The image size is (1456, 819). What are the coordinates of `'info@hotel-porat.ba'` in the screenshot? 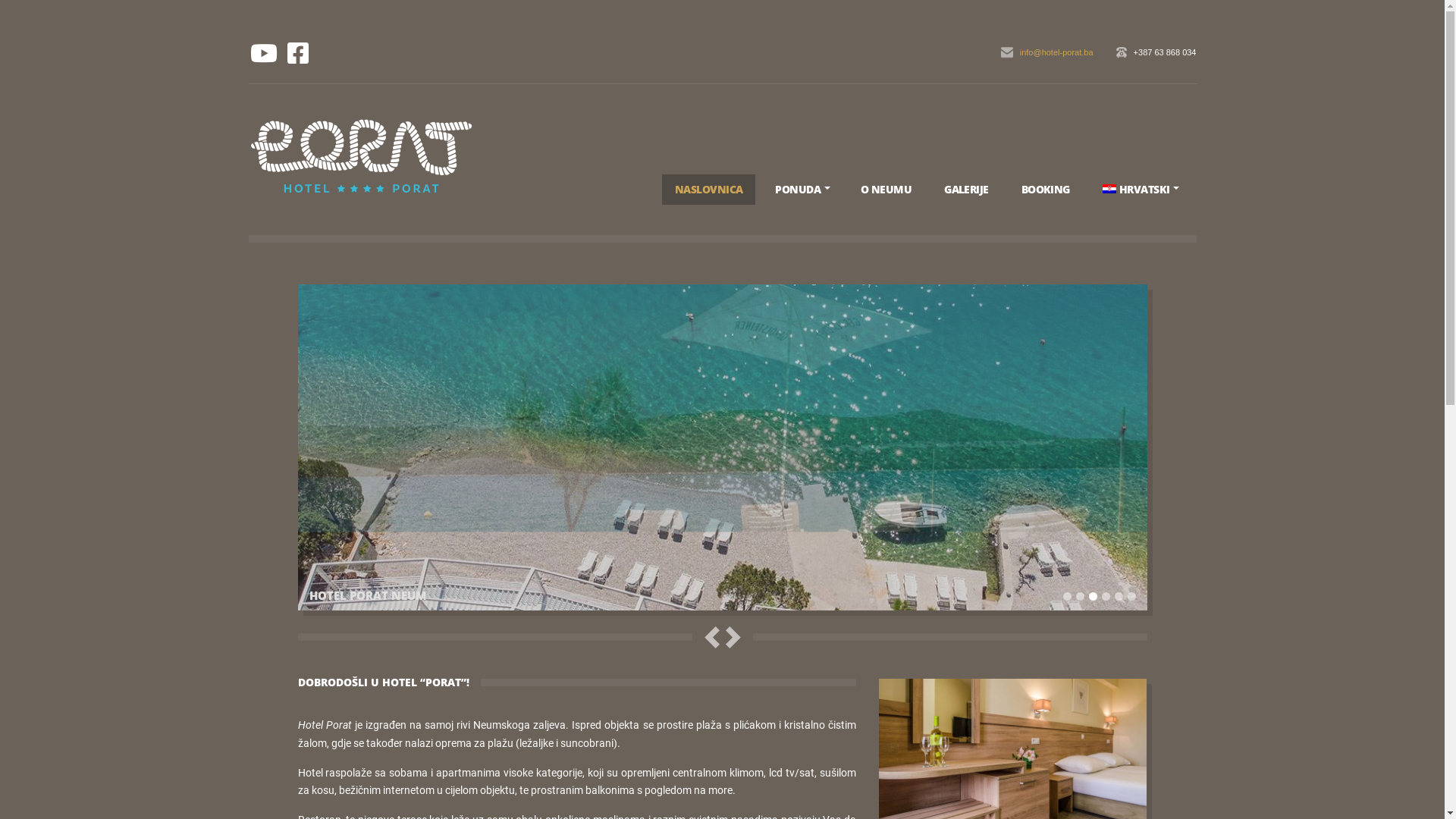 It's located at (1001, 52).